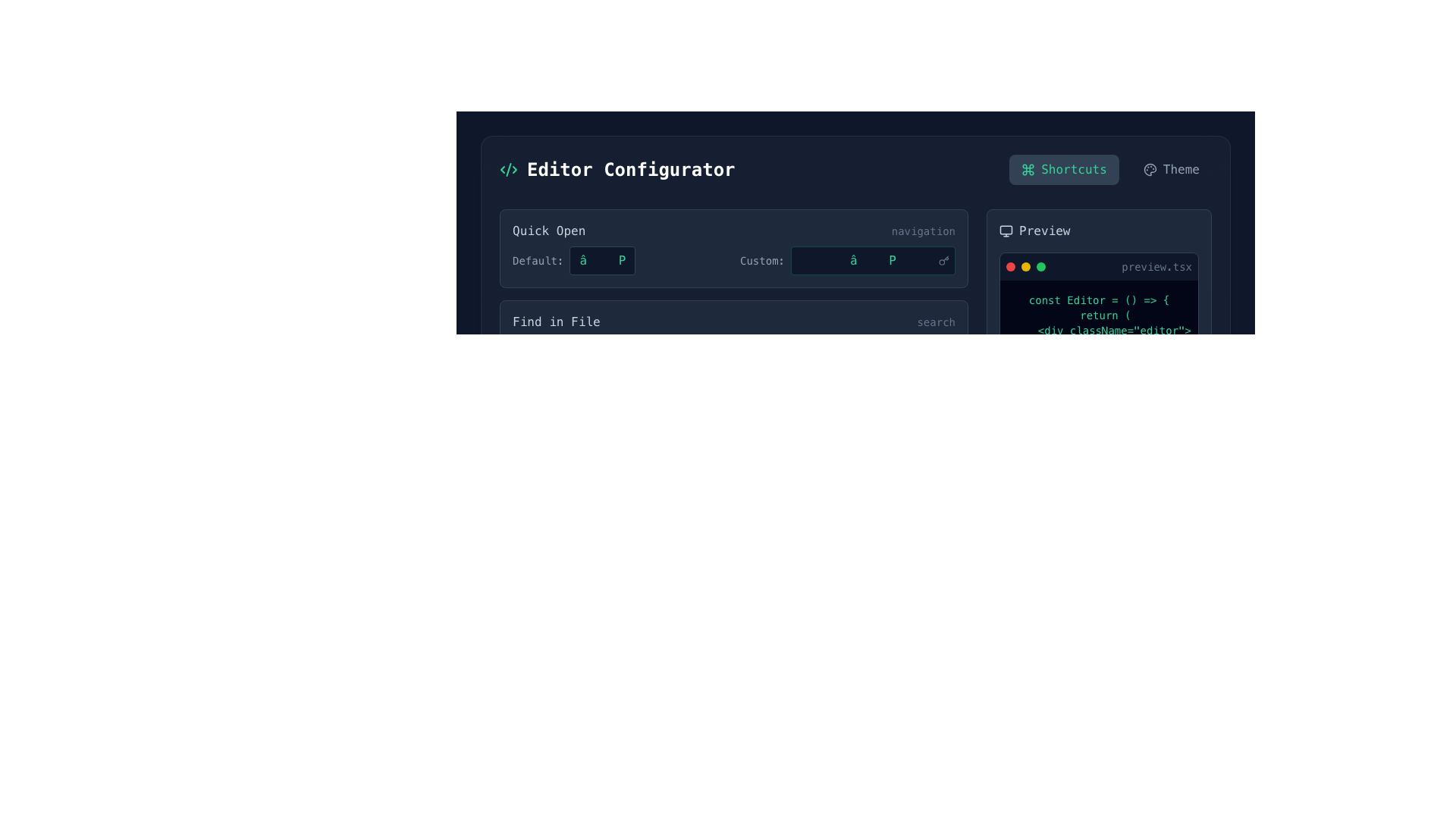  I want to click on the stylized text block '⌘ P' located in the 'Quick Open' section, which is emphasized with a green font color and a dark background, so click(620, 259).